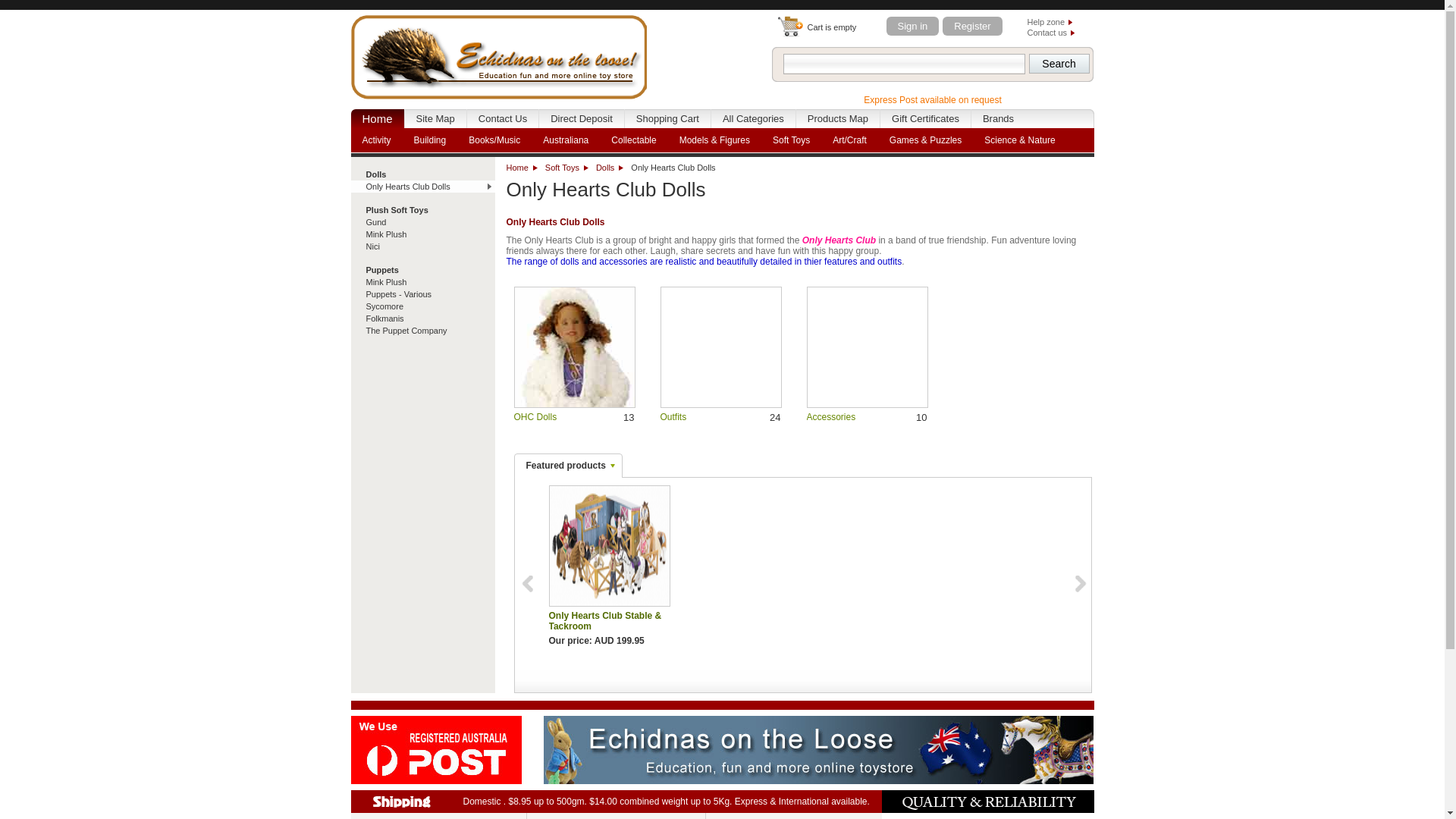 This screenshot has width=1456, height=819. What do you see at coordinates (581, 118) in the screenshot?
I see `'Direct Deposit'` at bounding box center [581, 118].